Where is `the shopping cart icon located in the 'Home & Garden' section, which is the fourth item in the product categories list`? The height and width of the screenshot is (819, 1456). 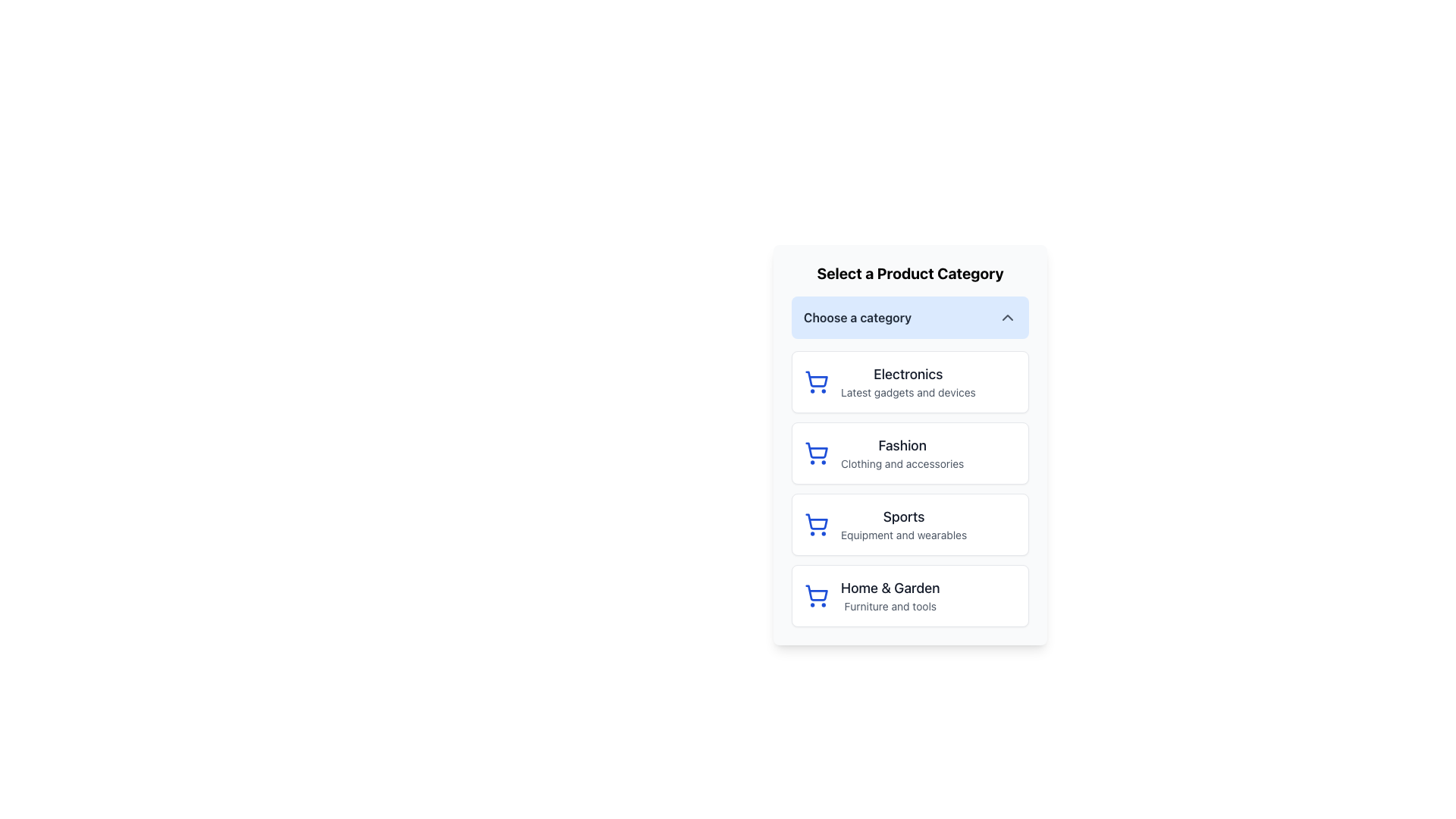 the shopping cart icon located in the 'Home & Garden' section, which is the fourth item in the product categories list is located at coordinates (815, 595).